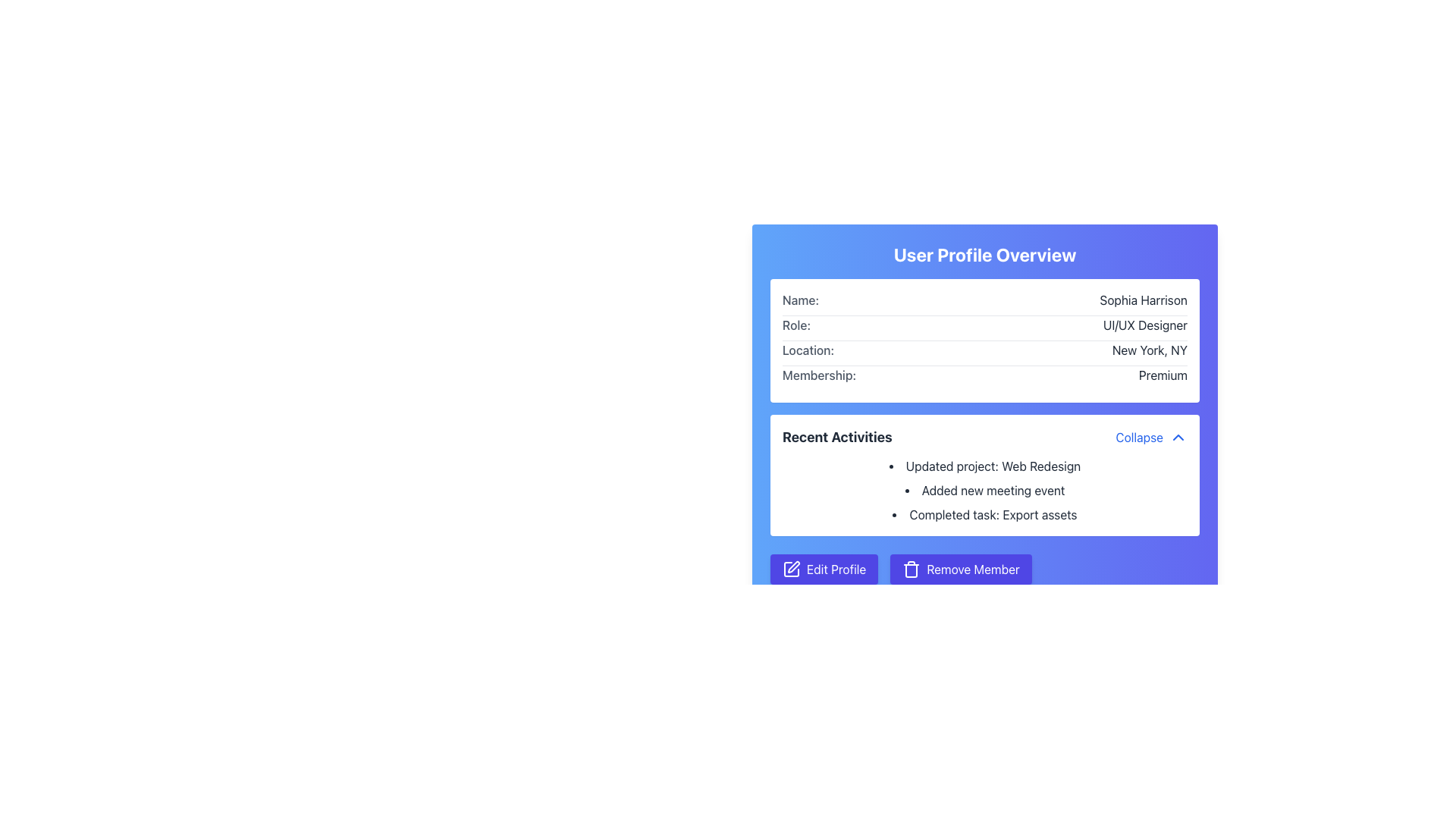  What do you see at coordinates (1145, 324) in the screenshot?
I see `the text label displaying the user's role as 'UI/UX Designer', which is located in the user profile card beneath the 'Name:' label` at bounding box center [1145, 324].